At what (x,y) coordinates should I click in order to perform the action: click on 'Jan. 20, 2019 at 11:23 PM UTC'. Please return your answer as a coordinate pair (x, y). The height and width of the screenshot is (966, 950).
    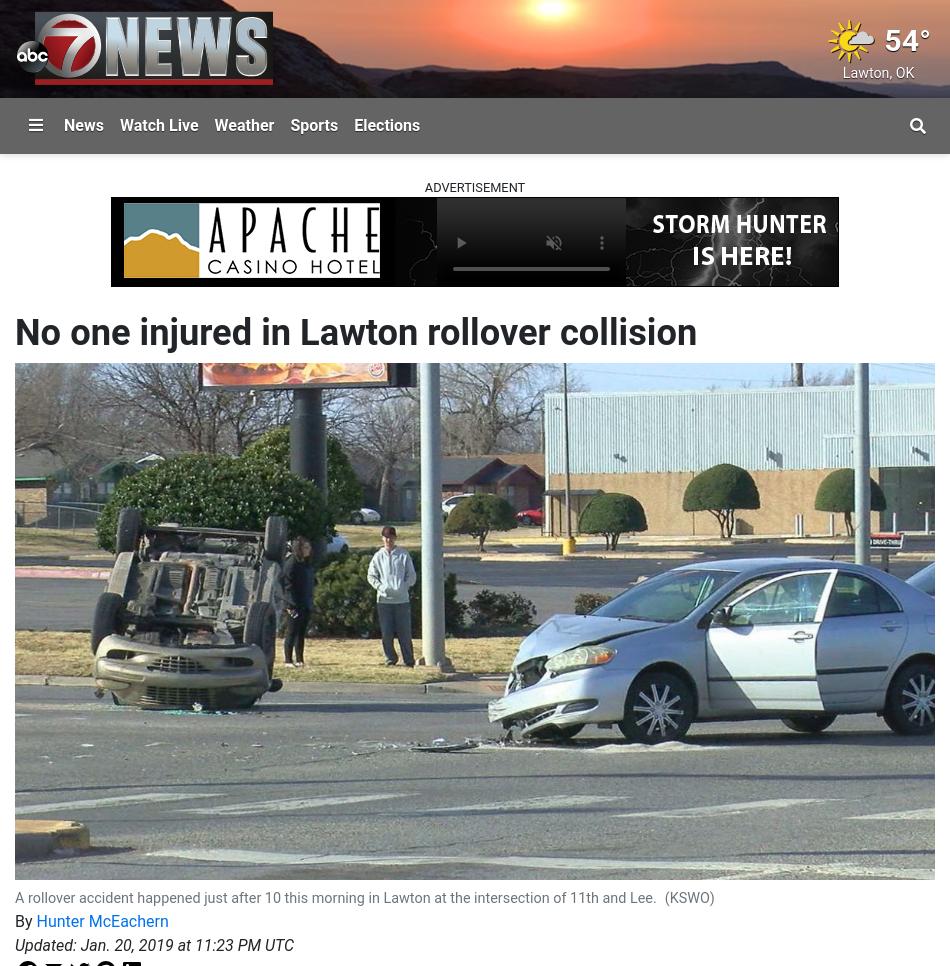
    Looking at the image, I should click on (79, 944).